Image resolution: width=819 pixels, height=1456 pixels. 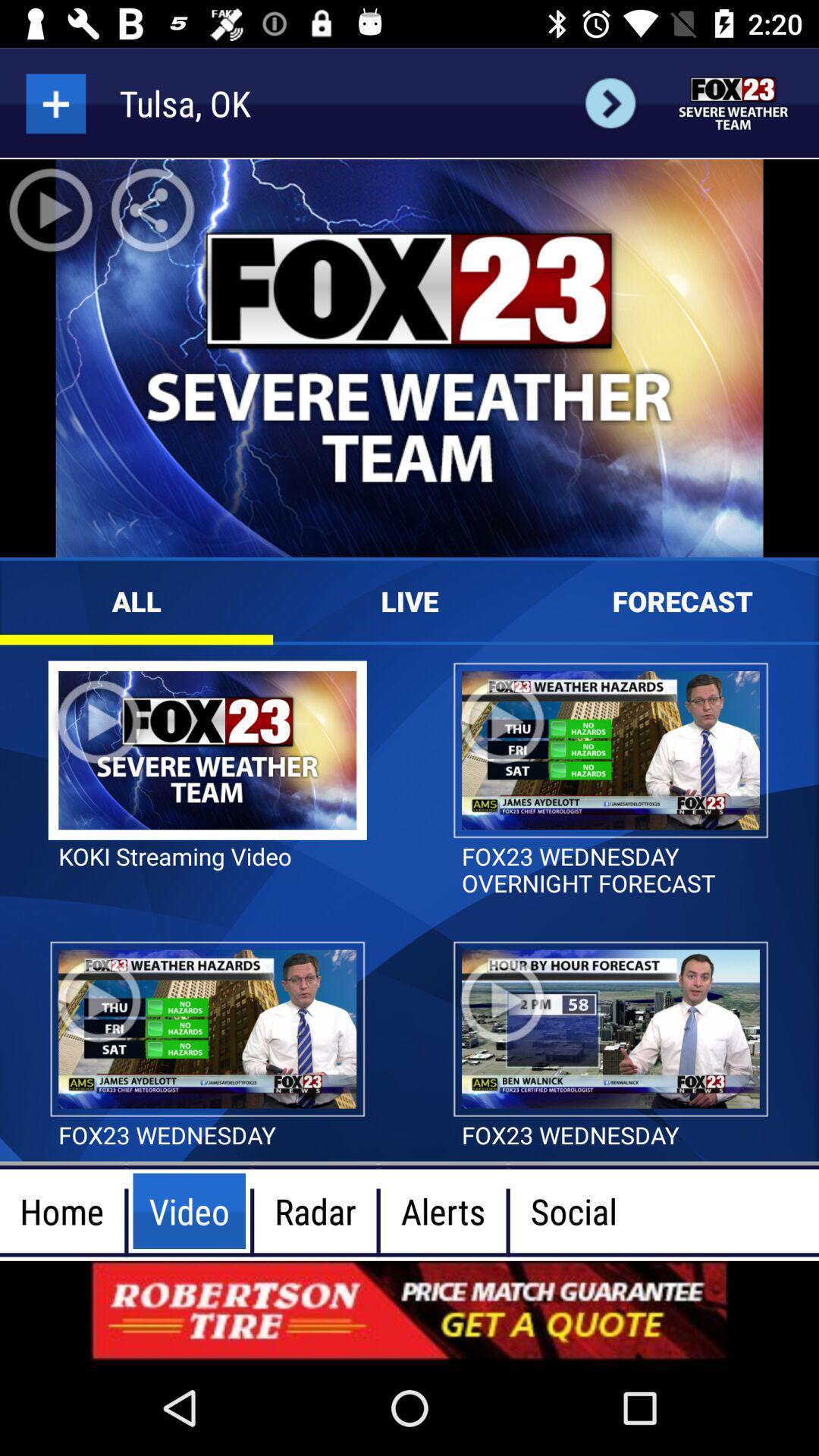 What do you see at coordinates (55, 102) in the screenshot?
I see `plex` at bounding box center [55, 102].